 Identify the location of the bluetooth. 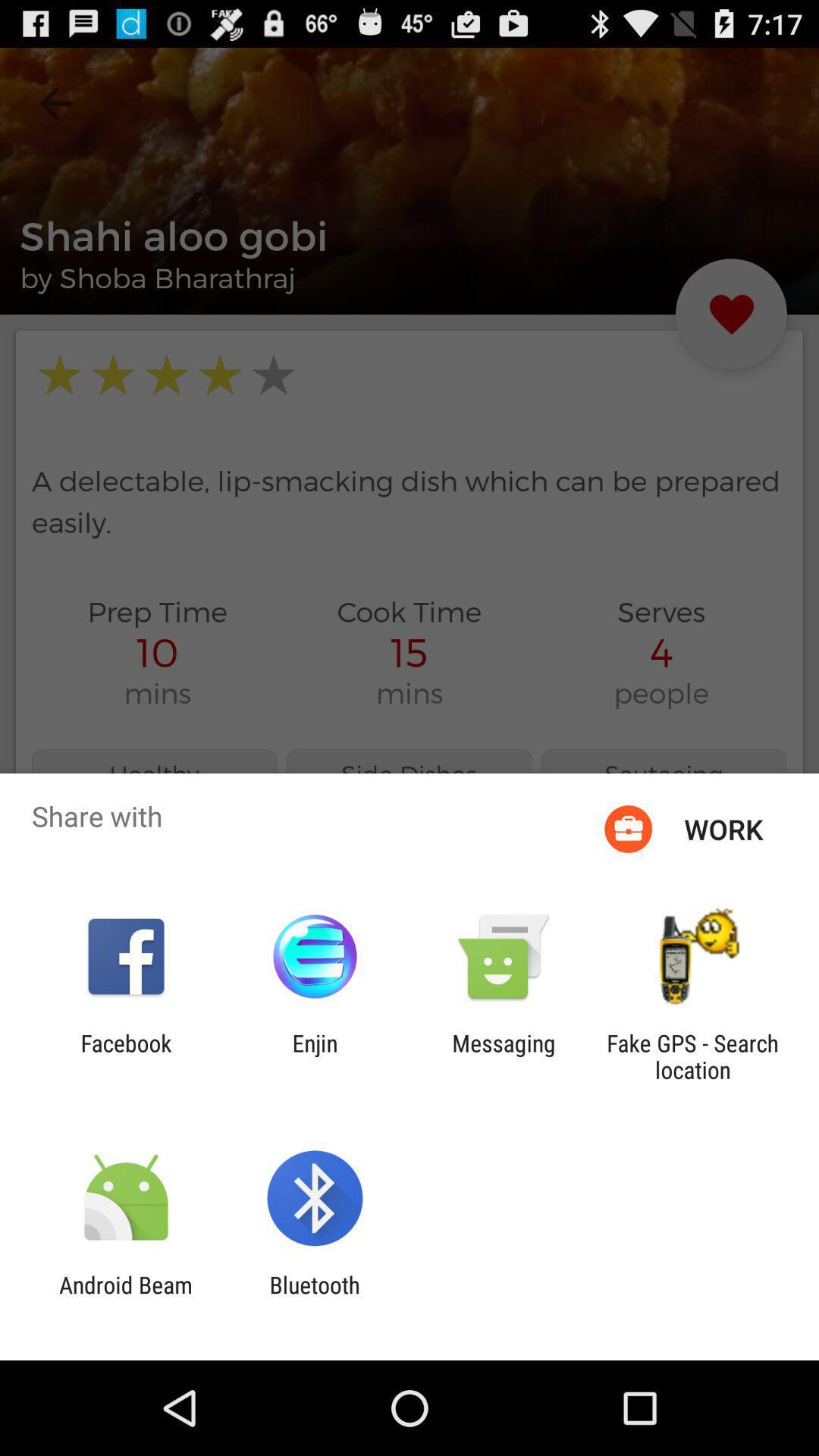
(314, 1298).